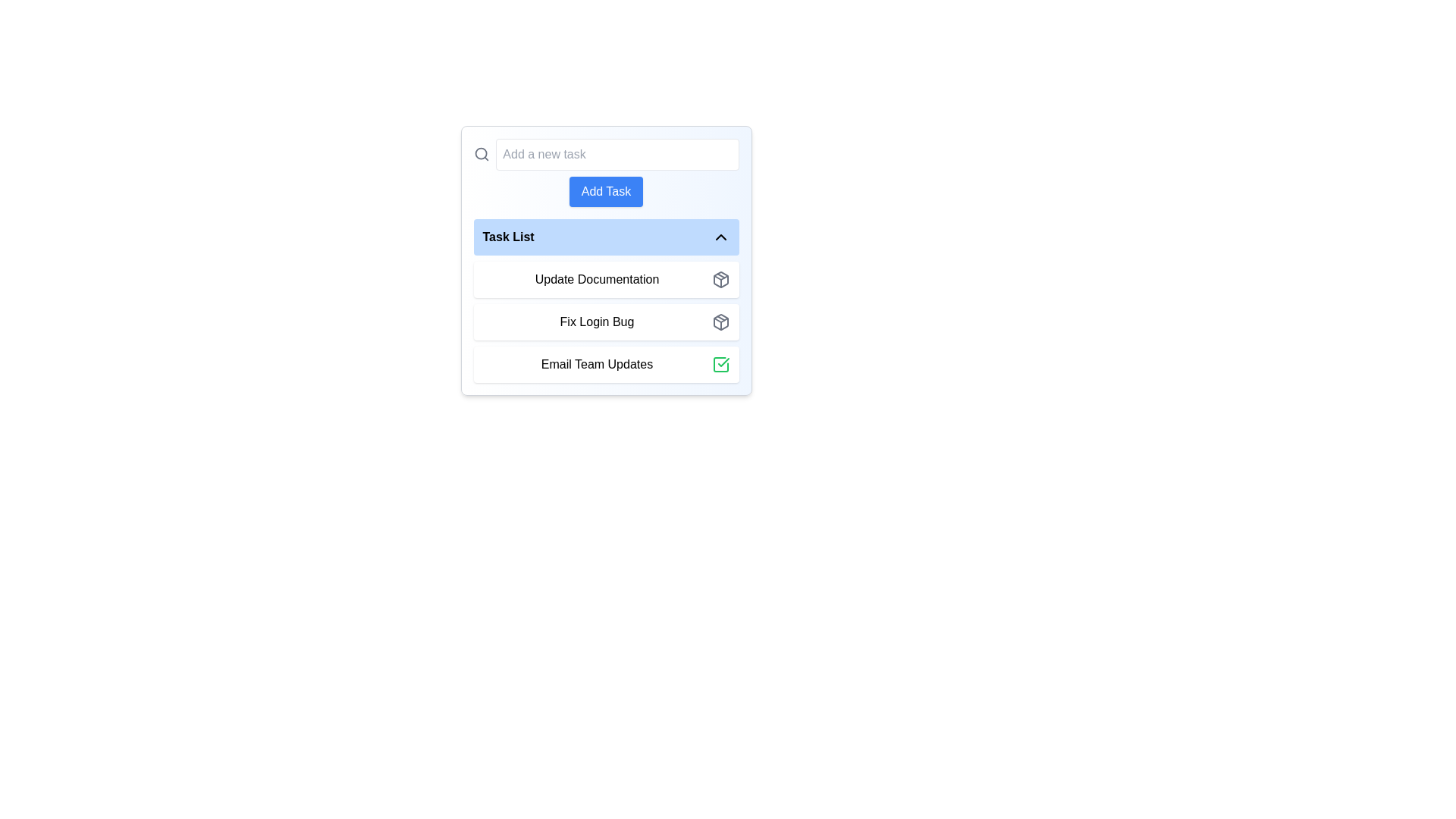 Image resolution: width=1456 pixels, height=819 pixels. Describe the element at coordinates (480, 154) in the screenshot. I see `the circular magnifying glass lens icon, which is a decorative component of an SVG graphic located at the top-left corner of the search bar interface` at that location.